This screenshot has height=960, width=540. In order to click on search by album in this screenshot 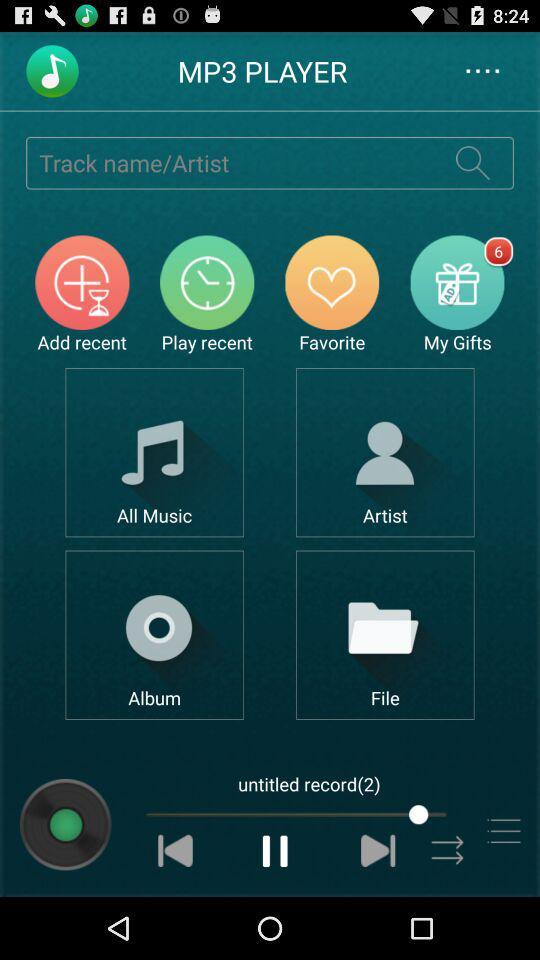, I will do `click(153, 634)`.